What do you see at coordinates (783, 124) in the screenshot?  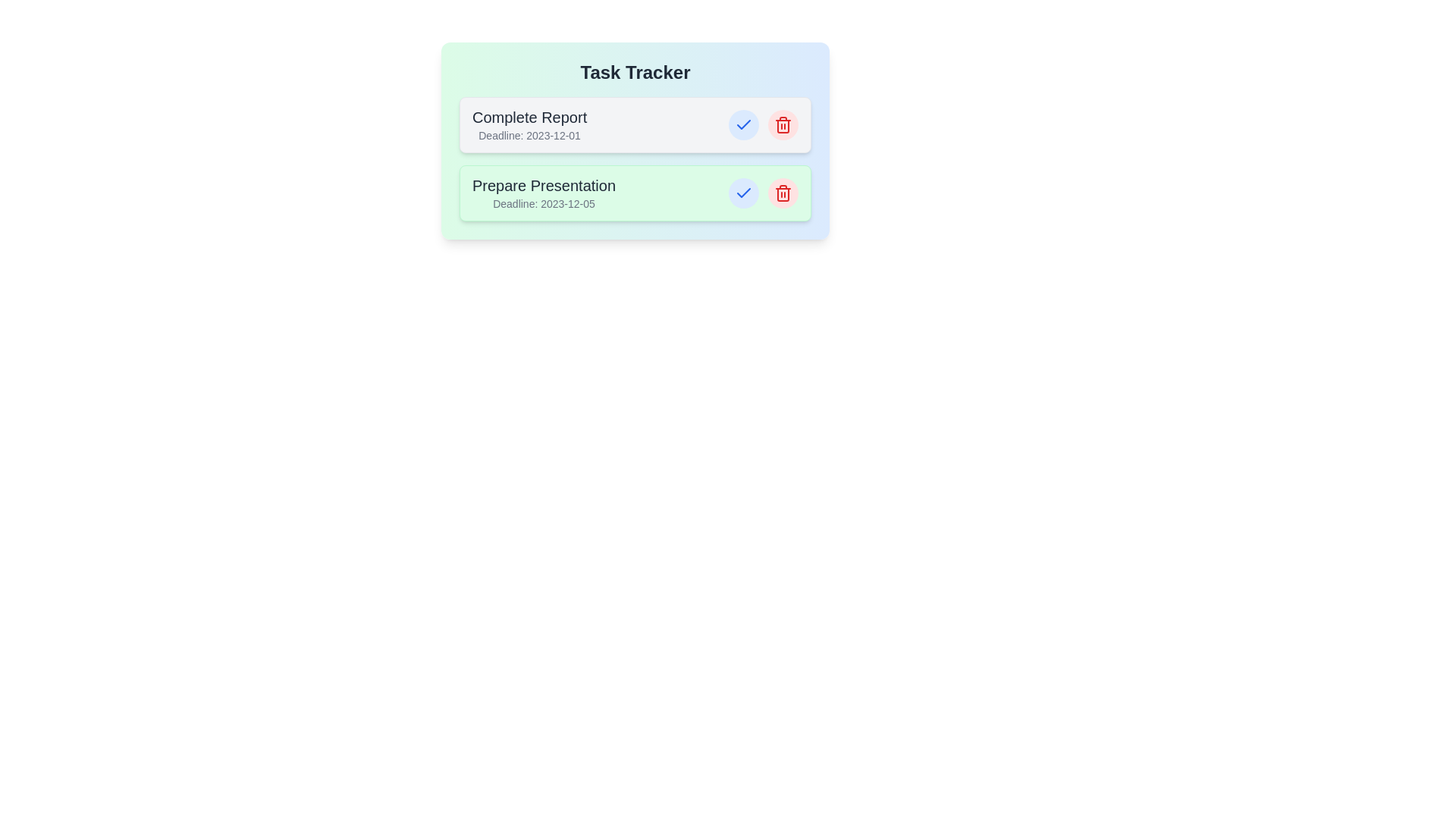 I see `the delete button for the task titled 'Complete Report'` at bounding box center [783, 124].